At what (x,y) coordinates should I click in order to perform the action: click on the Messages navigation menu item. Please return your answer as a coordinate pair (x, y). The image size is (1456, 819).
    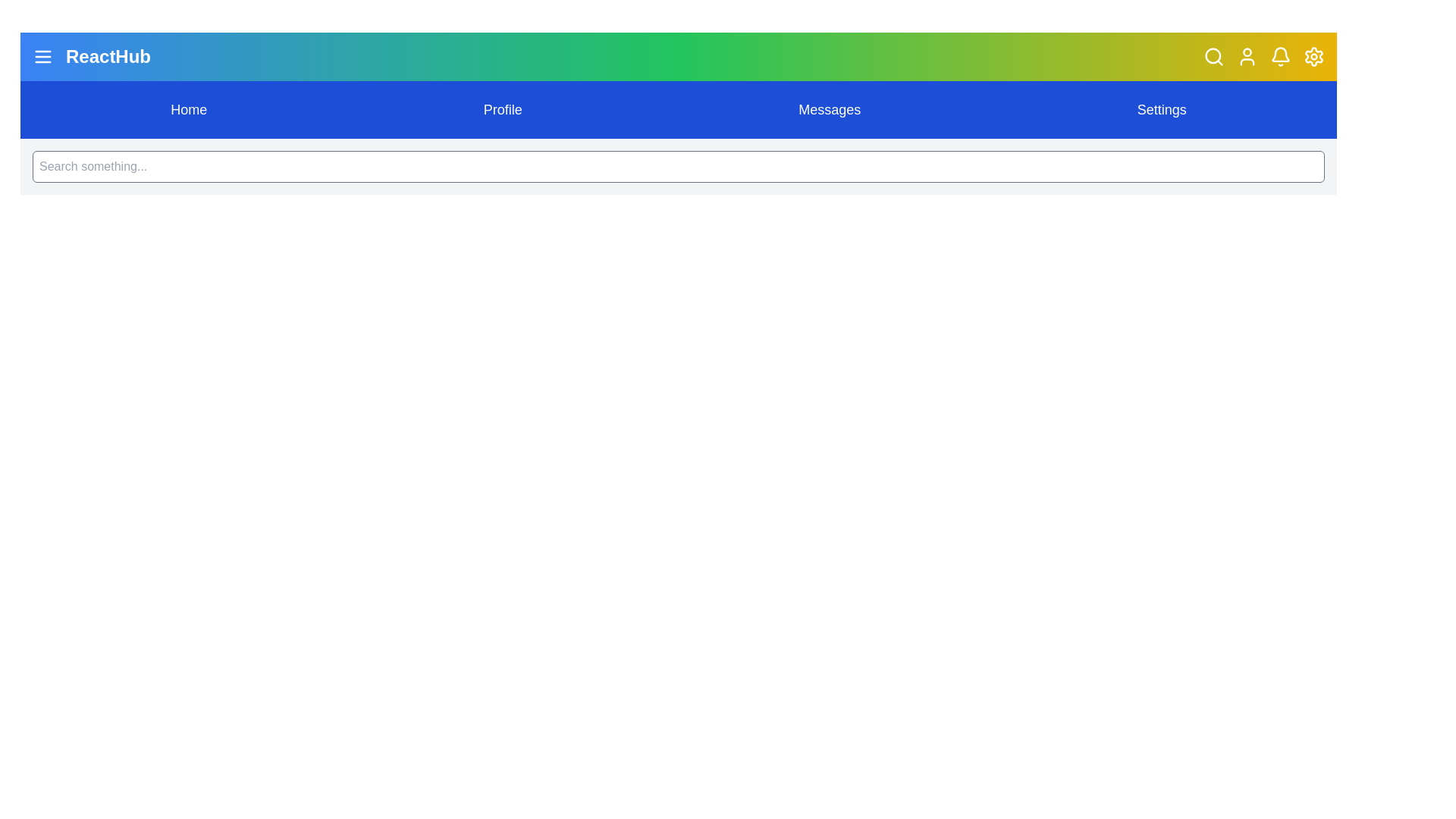
    Looking at the image, I should click on (829, 109).